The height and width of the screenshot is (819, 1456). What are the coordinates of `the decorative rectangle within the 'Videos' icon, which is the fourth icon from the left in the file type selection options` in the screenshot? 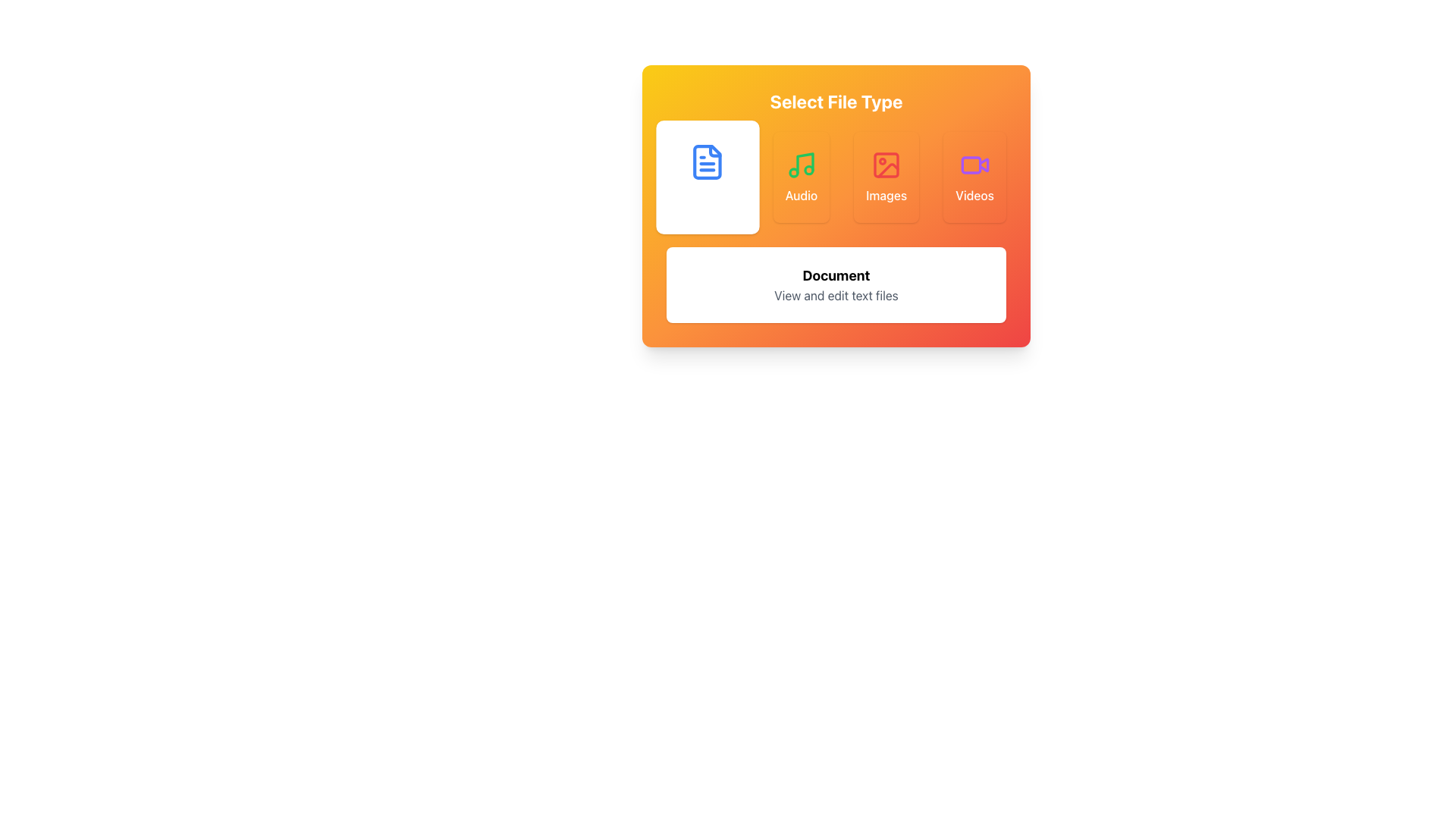 It's located at (971, 165).